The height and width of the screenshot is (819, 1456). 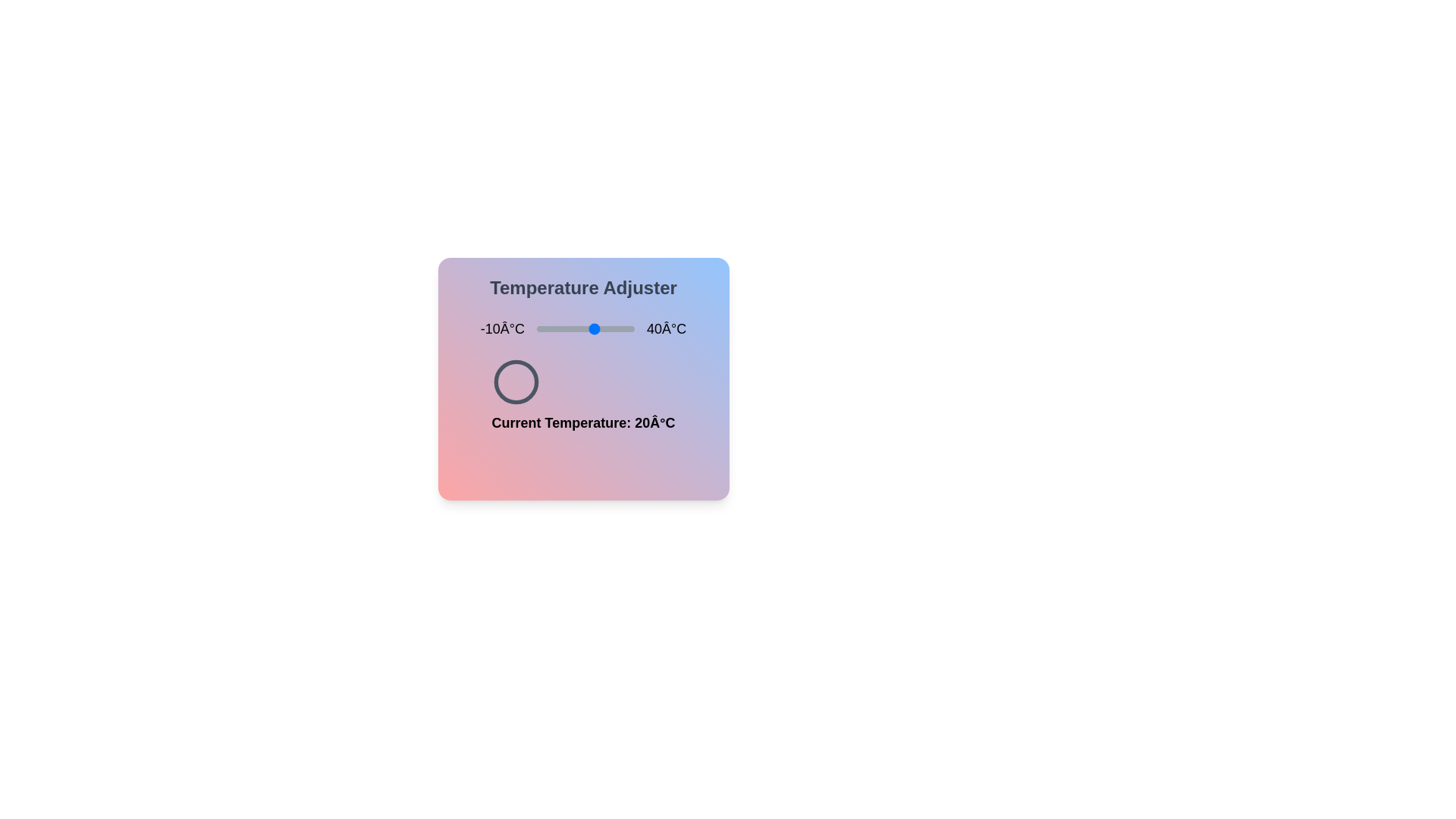 What do you see at coordinates (626, 328) in the screenshot?
I see `the temperature to 36 degrees Celsius using the slider` at bounding box center [626, 328].